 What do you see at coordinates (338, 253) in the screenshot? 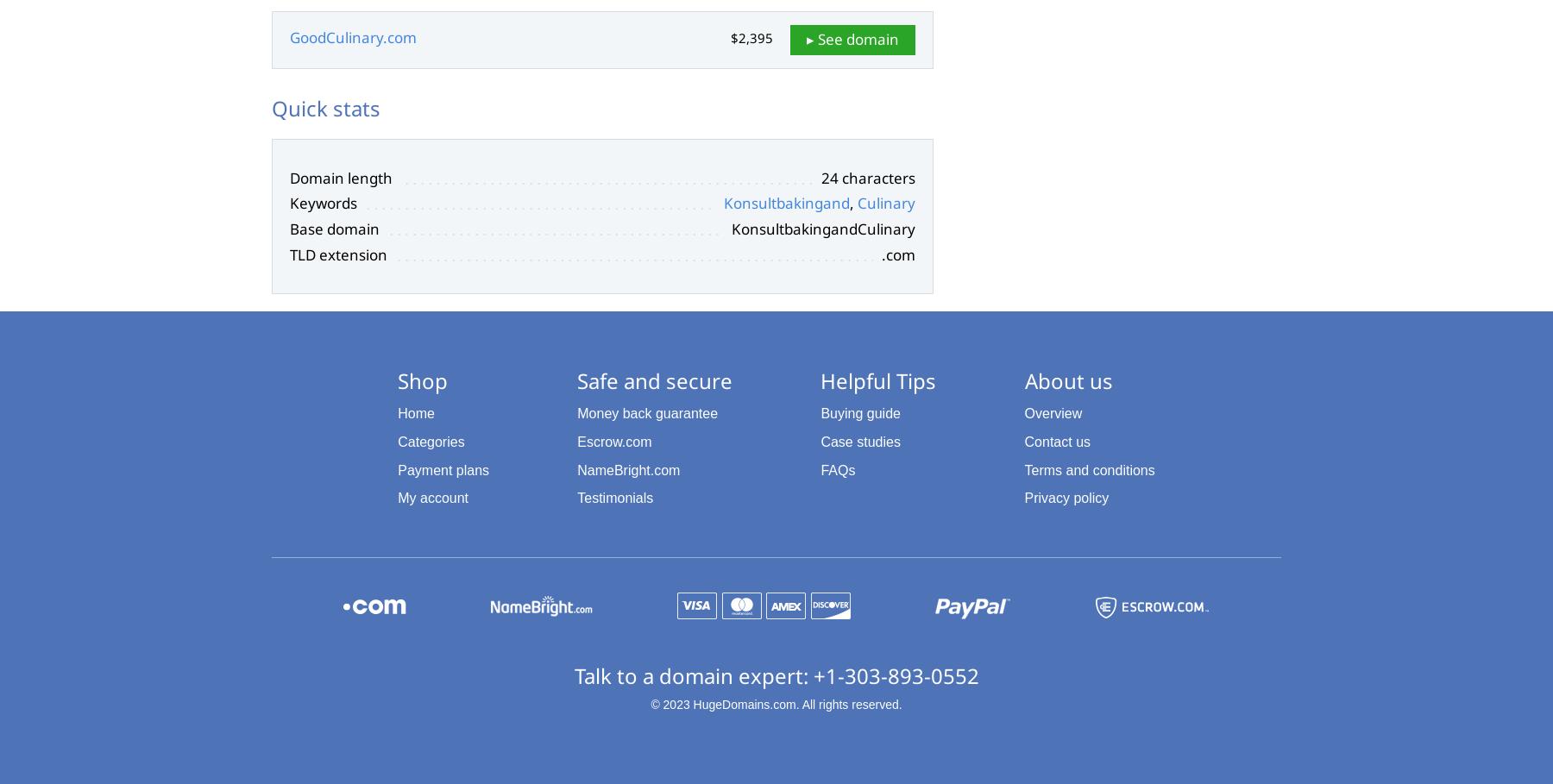
I see `'TLD extension'` at bounding box center [338, 253].